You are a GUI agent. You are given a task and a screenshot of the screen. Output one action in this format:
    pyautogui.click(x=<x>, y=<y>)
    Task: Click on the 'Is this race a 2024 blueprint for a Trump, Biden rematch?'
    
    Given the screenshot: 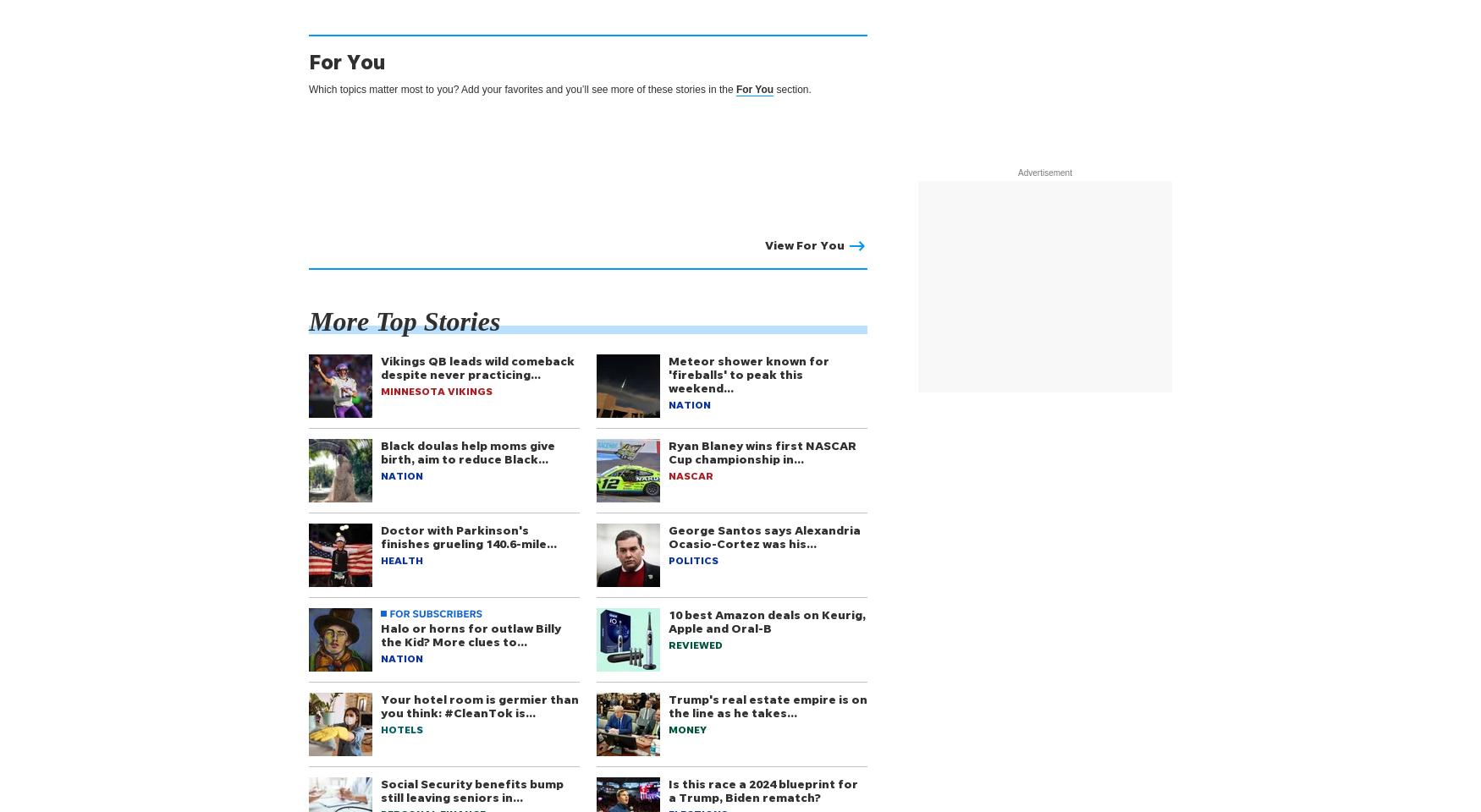 What is the action you would take?
    pyautogui.click(x=762, y=790)
    